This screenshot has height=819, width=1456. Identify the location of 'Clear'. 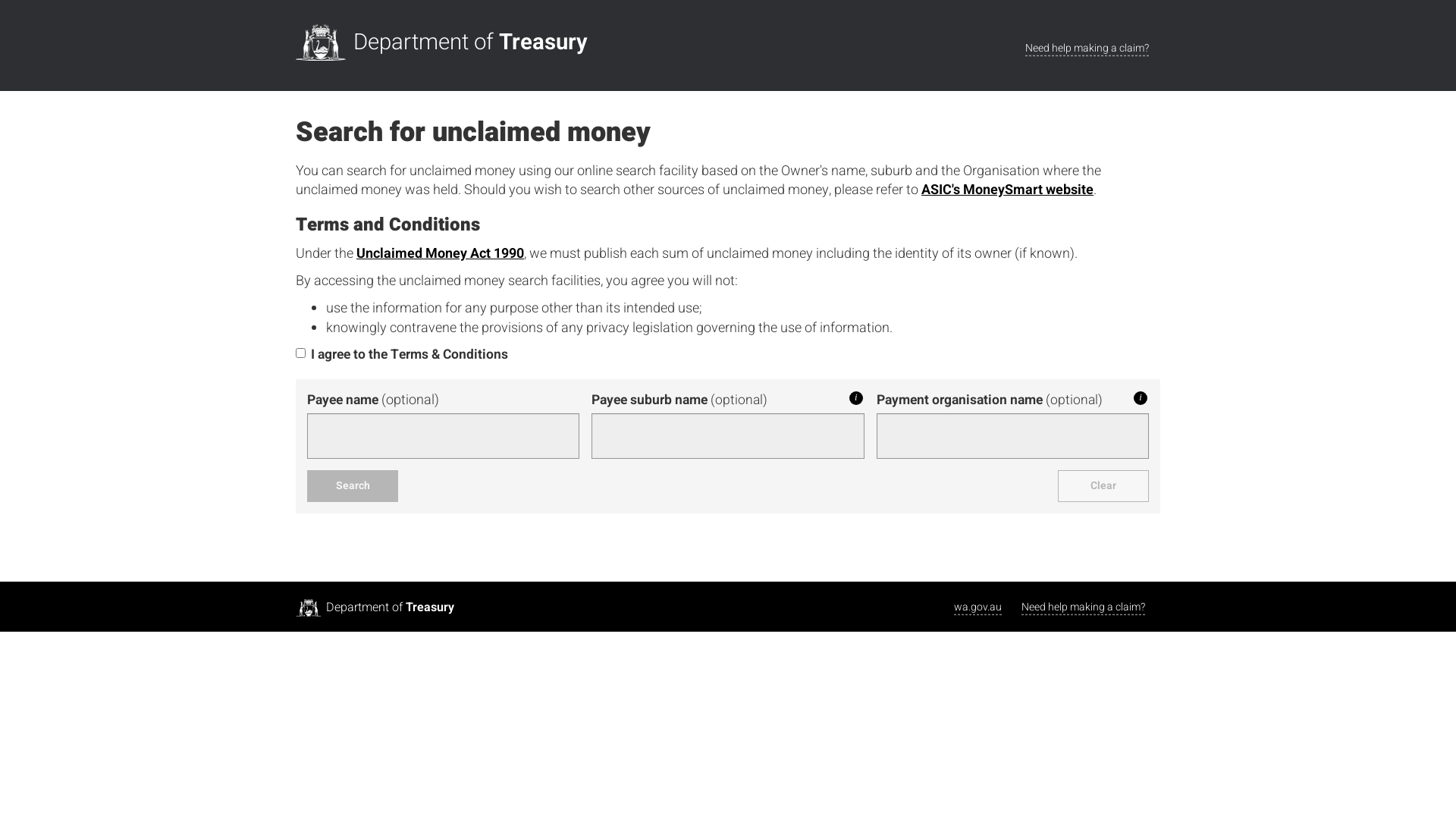
(1103, 485).